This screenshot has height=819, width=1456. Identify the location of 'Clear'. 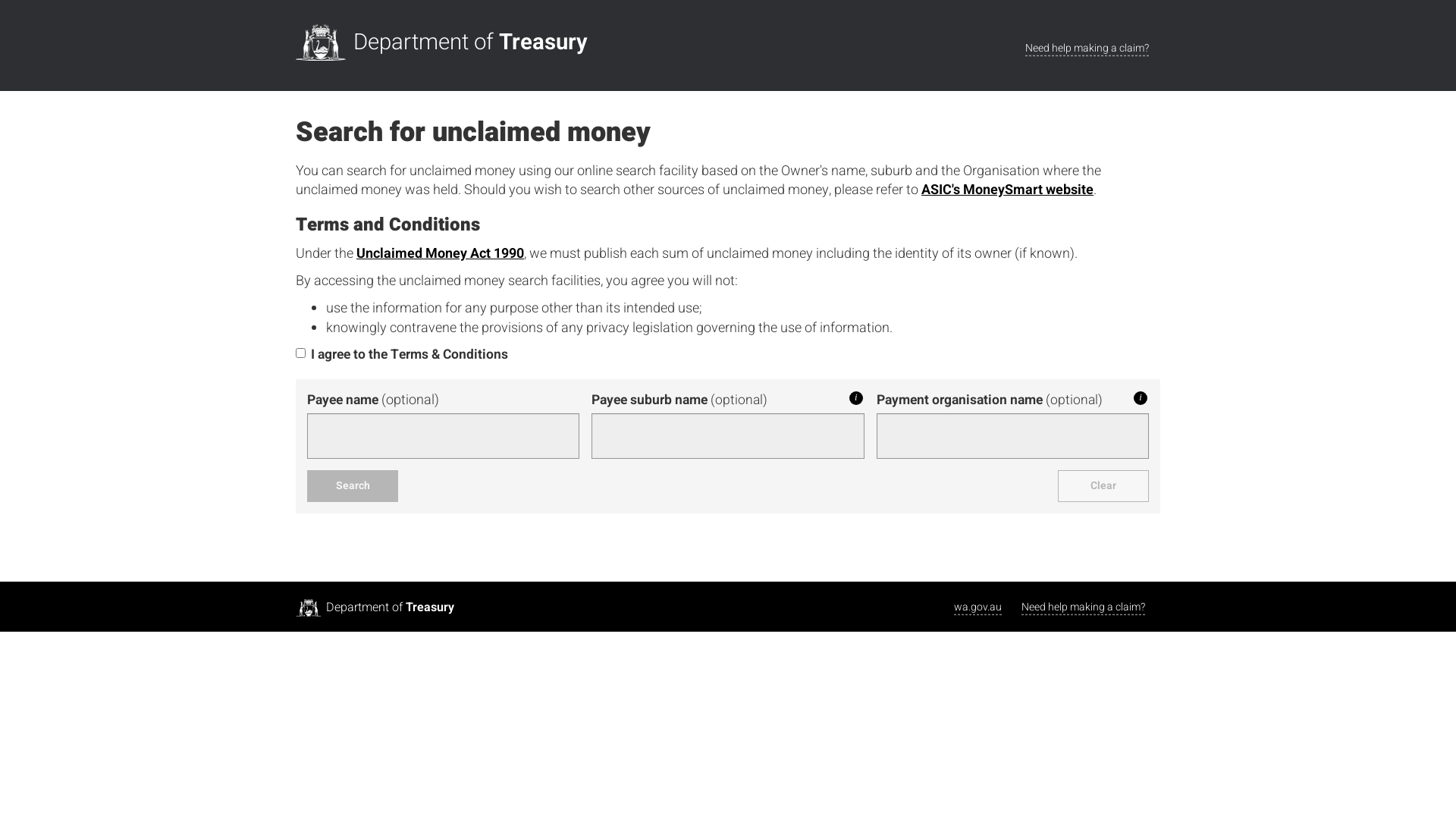
(1103, 485).